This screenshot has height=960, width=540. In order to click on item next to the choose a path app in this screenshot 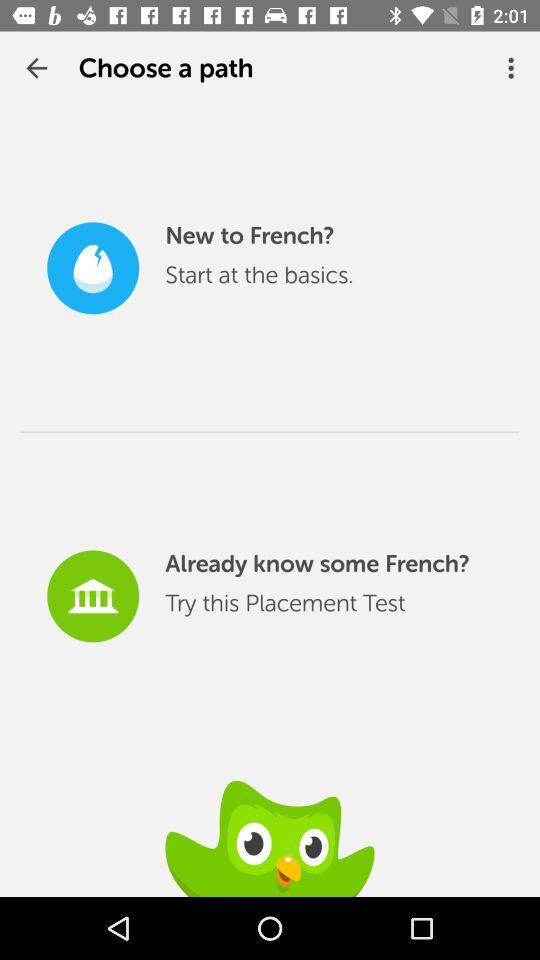, I will do `click(36, 68)`.